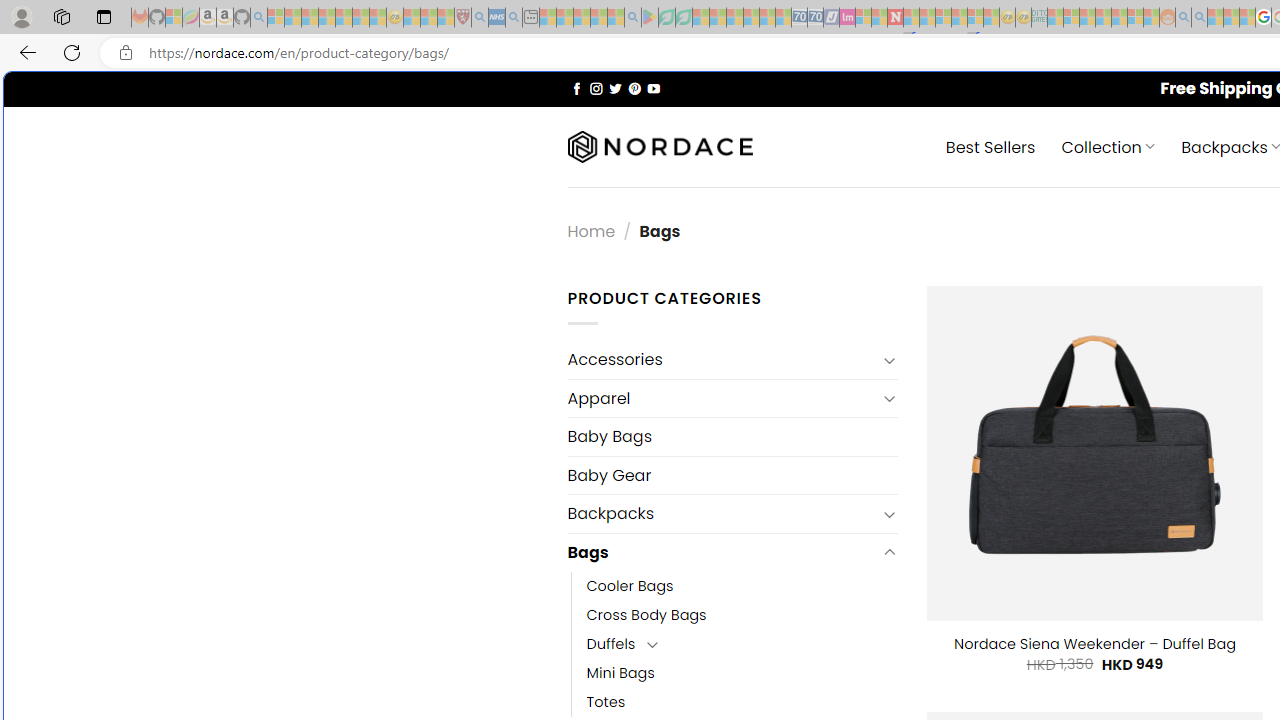  What do you see at coordinates (619, 673) in the screenshot?
I see `'Mini Bags'` at bounding box center [619, 673].